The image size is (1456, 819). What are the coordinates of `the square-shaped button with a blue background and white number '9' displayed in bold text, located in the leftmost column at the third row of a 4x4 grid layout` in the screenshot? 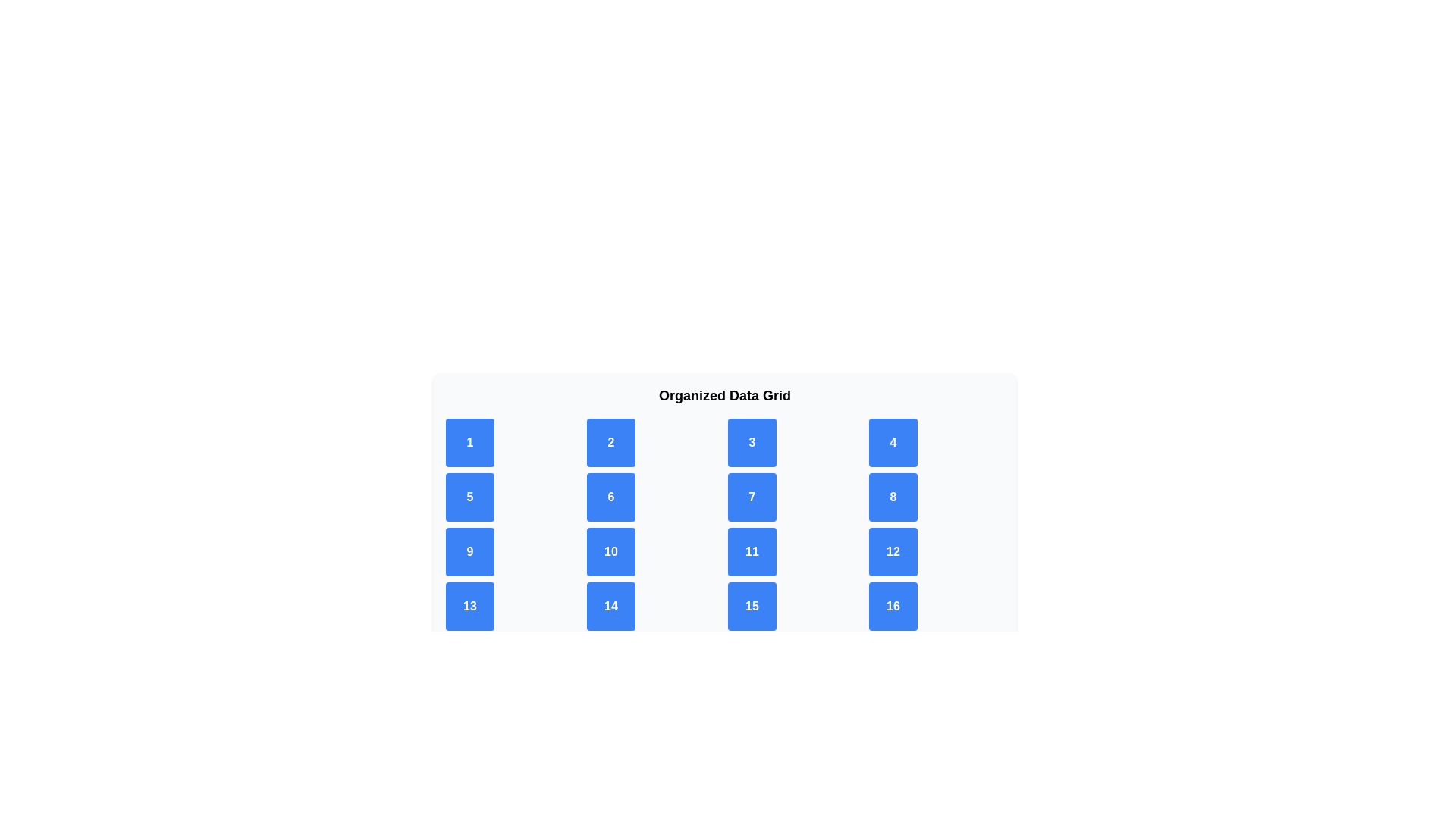 It's located at (469, 552).